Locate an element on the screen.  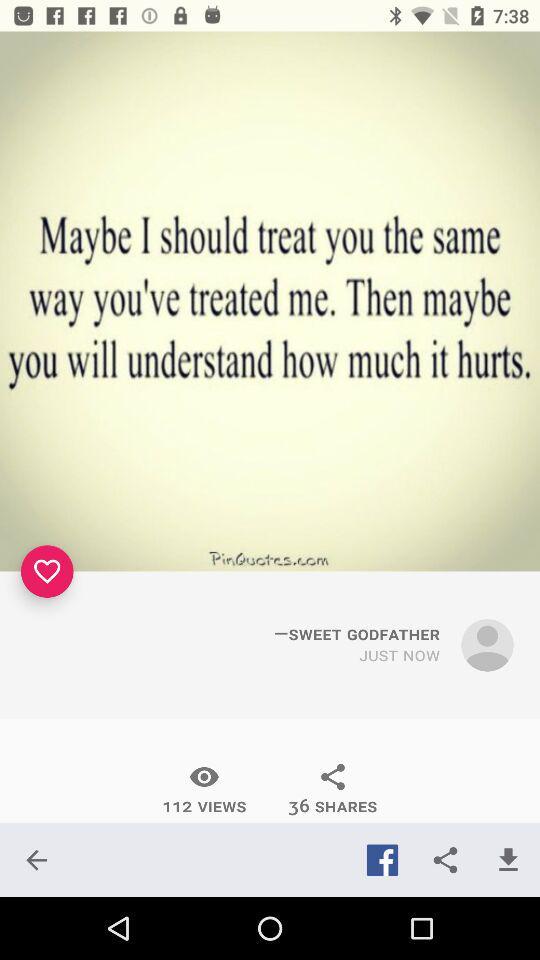
the item to the left of 36 shares item is located at coordinates (203, 789).